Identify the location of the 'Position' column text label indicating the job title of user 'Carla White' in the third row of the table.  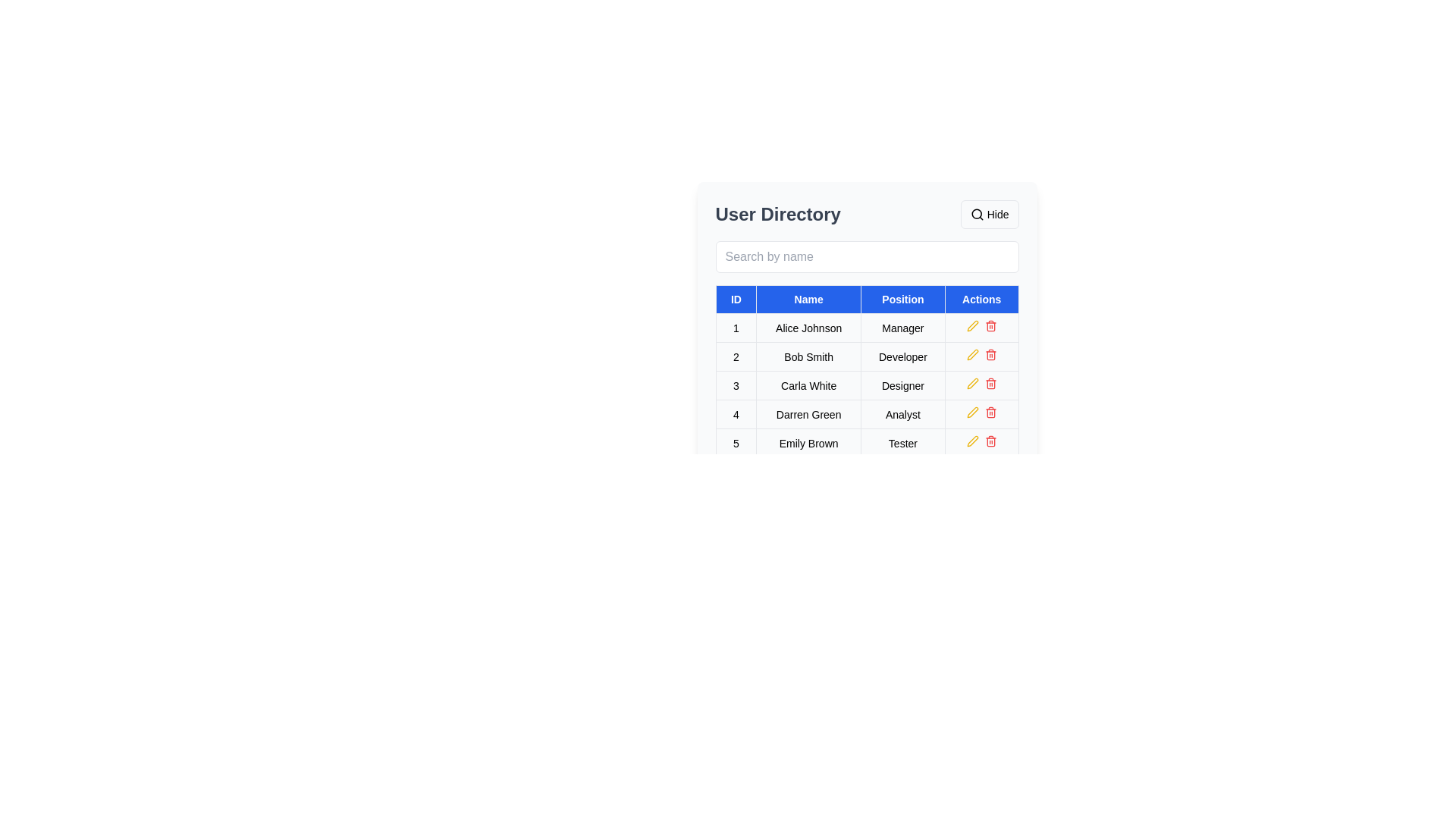
(902, 384).